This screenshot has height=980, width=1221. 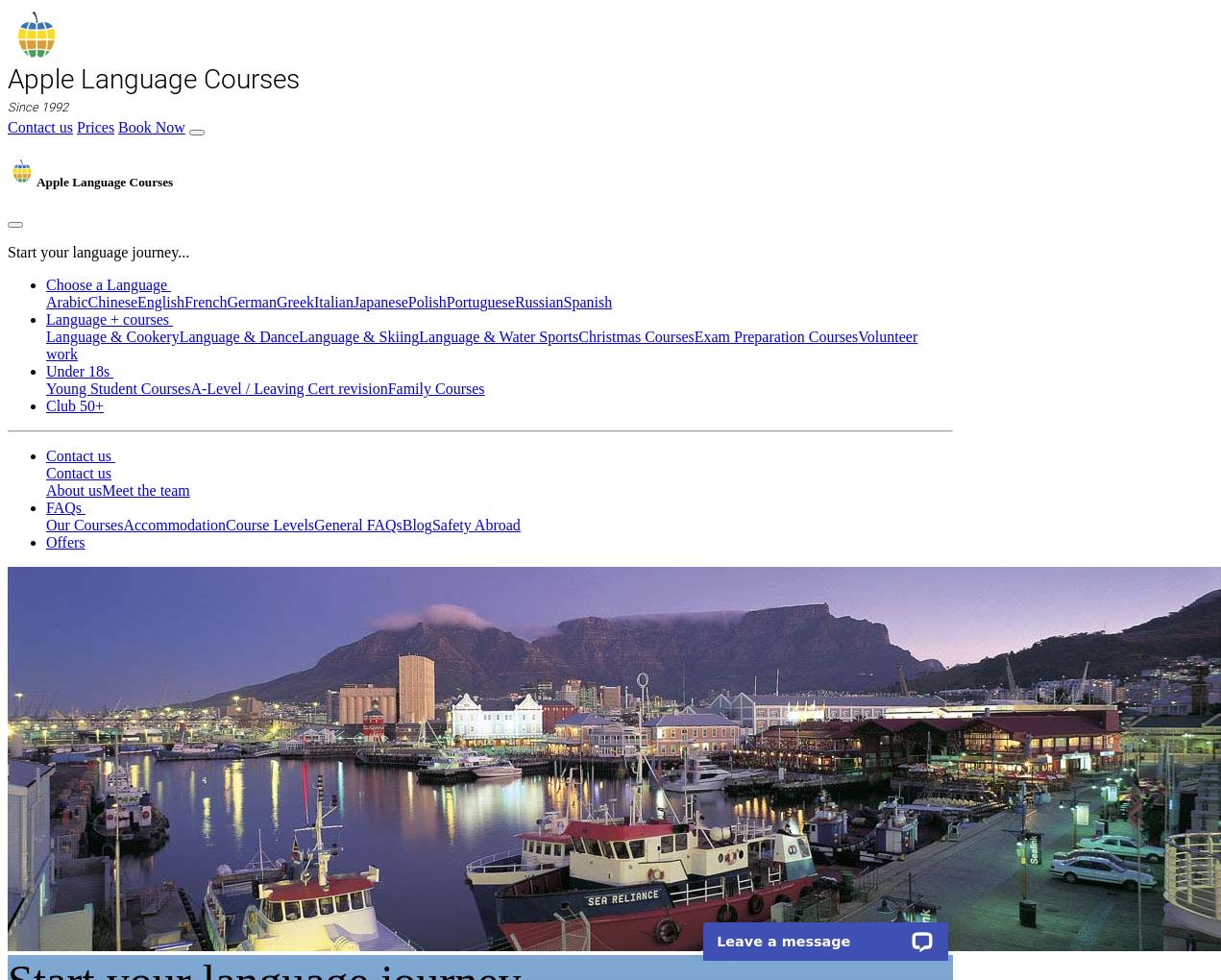 What do you see at coordinates (95, 127) in the screenshot?
I see `'Prices'` at bounding box center [95, 127].